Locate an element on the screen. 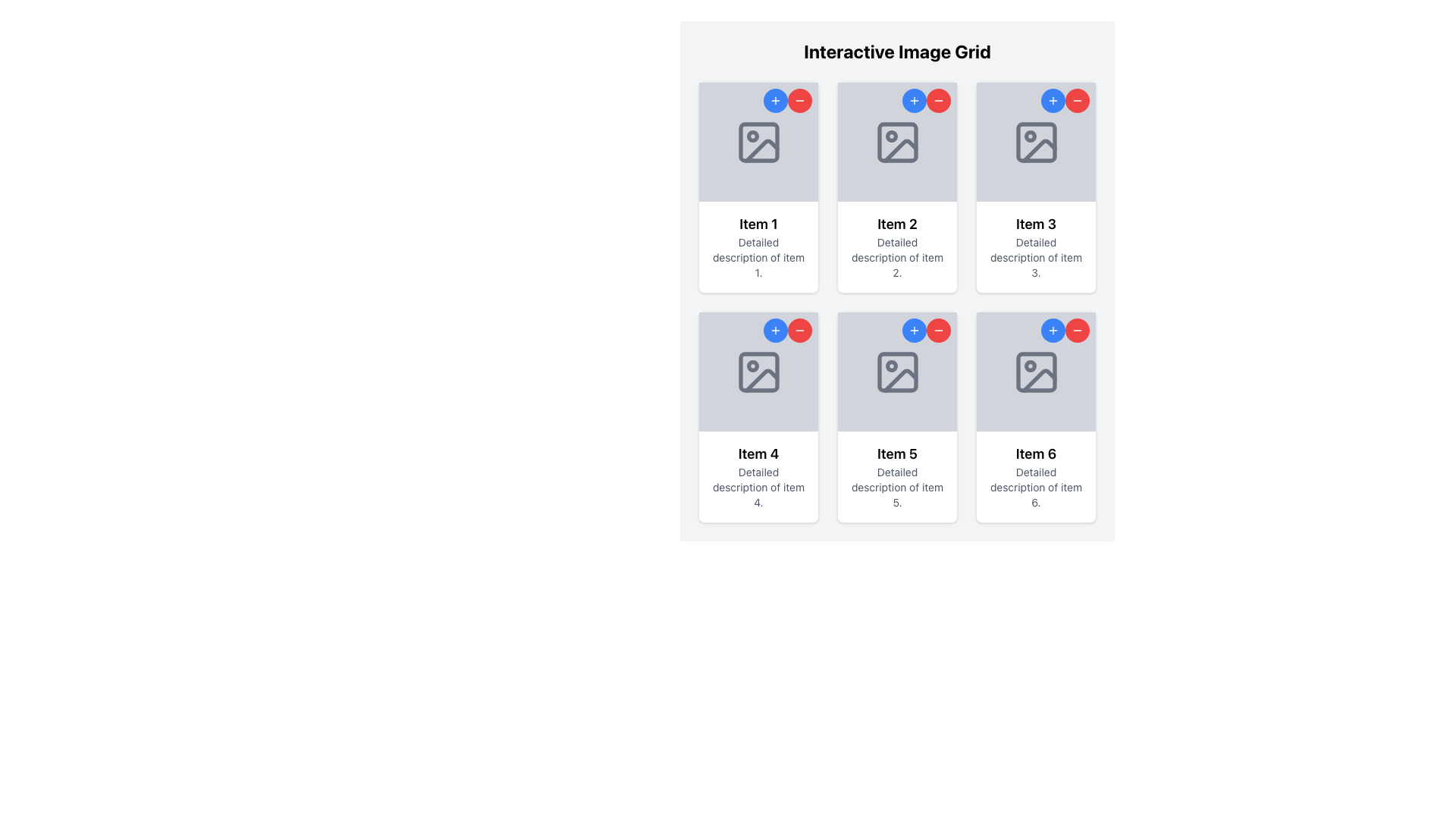 This screenshot has height=819, width=1456. the Text Display element containing 'Item 2' in bold and a description in gray, located in the second column of the first row of a 3x2 grid structure is located at coordinates (897, 246).